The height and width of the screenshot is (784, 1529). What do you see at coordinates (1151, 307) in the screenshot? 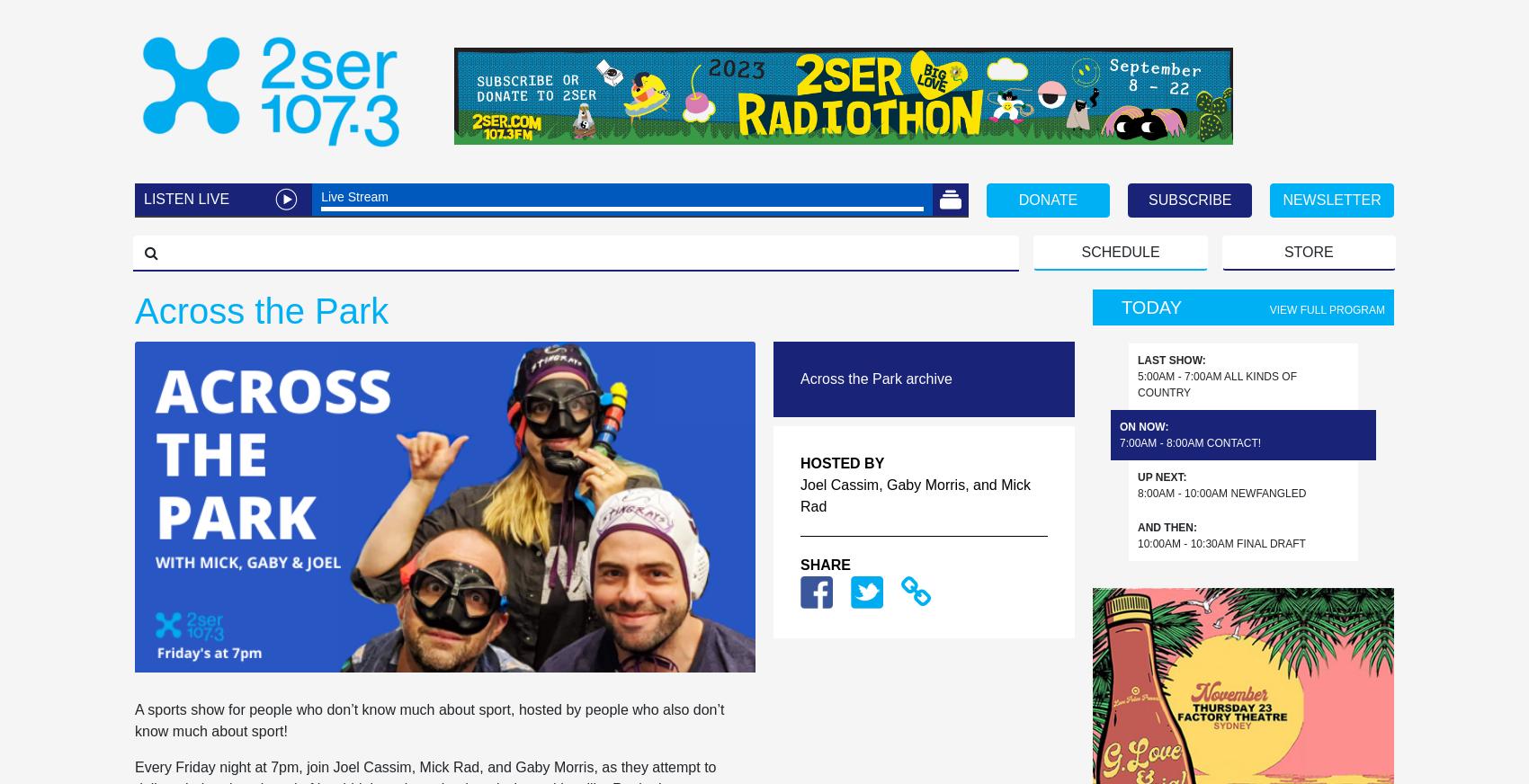
I see `'TODAY'` at bounding box center [1151, 307].